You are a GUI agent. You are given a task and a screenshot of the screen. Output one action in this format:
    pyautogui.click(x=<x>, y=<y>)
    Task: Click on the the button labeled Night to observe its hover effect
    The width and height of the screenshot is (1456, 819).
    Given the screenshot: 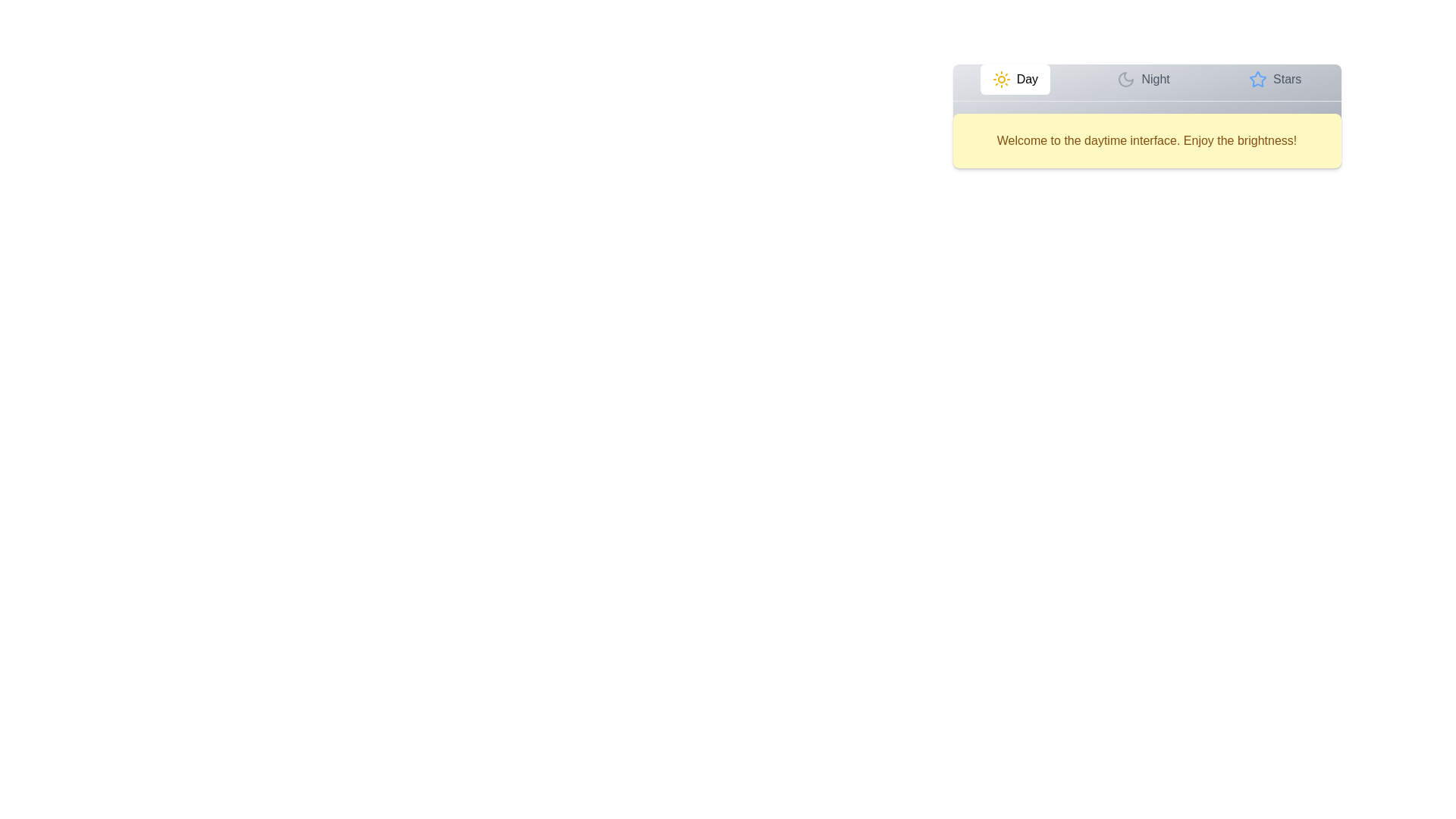 What is the action you would take?
    pyautogui.click(x=1143, y=79)
    